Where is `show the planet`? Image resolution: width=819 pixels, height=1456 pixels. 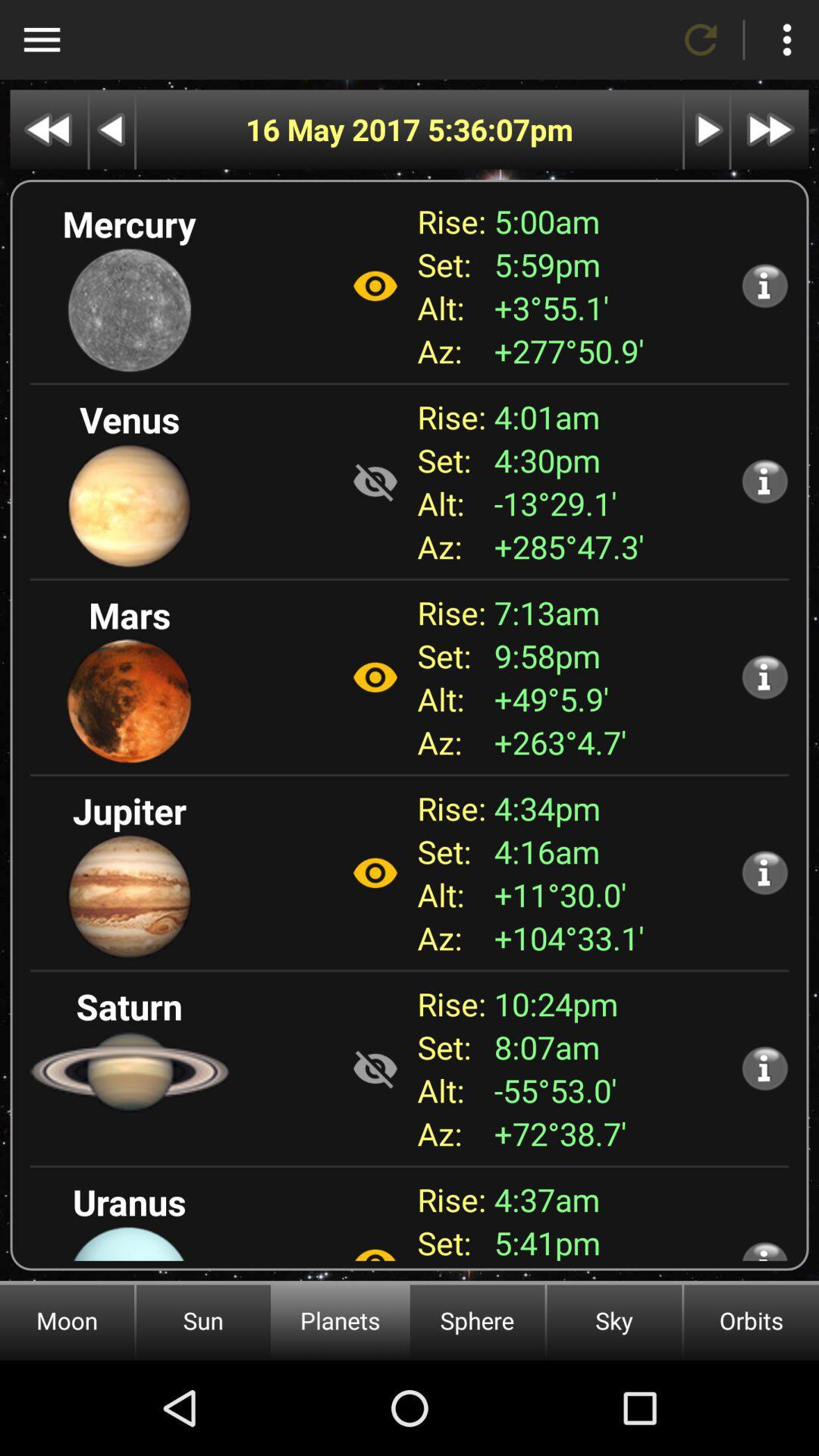
show the planet is located at coordinates (375, 1068).